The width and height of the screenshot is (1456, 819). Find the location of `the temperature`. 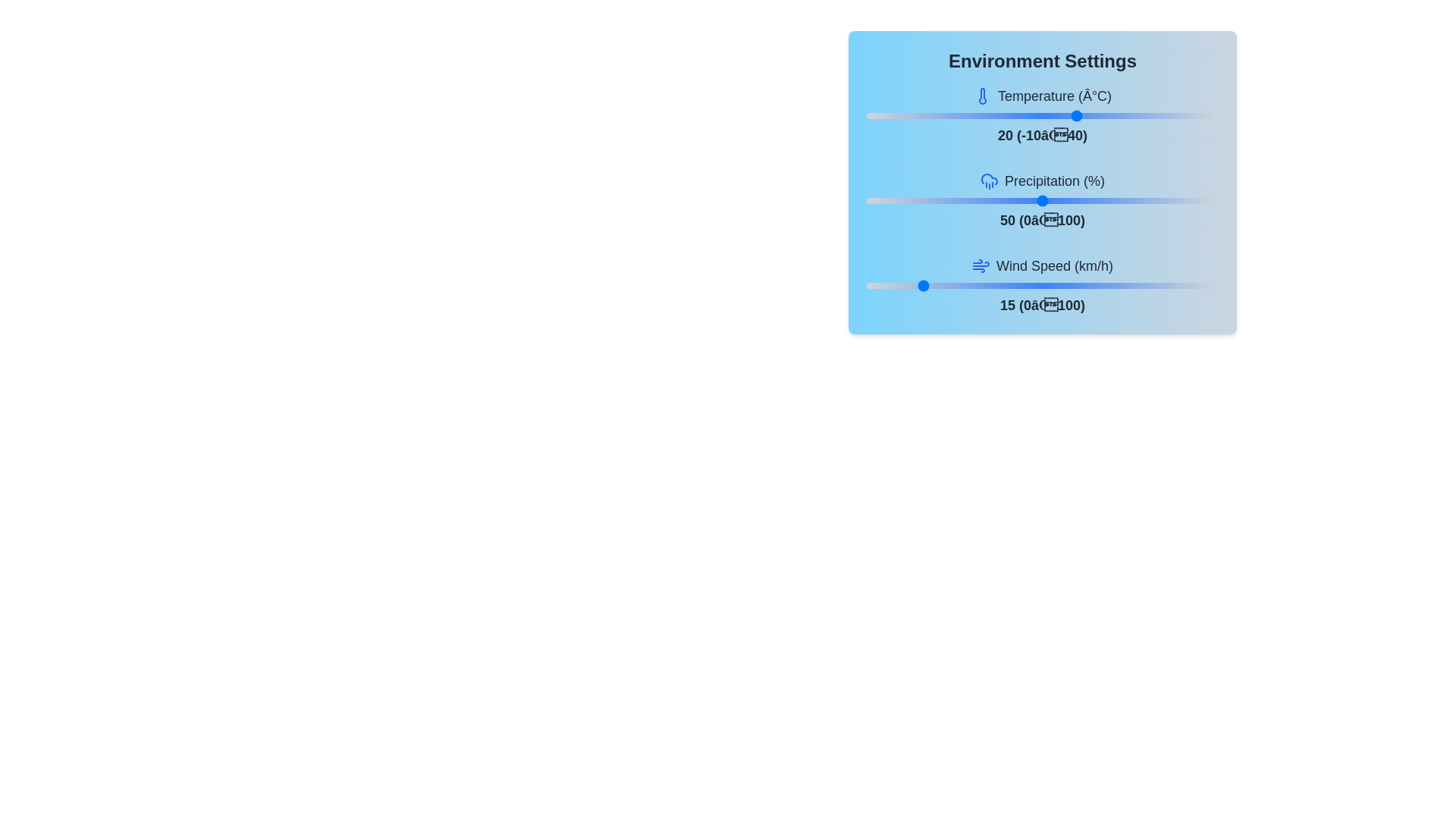

the temperature is located at coordinates (972, 115).